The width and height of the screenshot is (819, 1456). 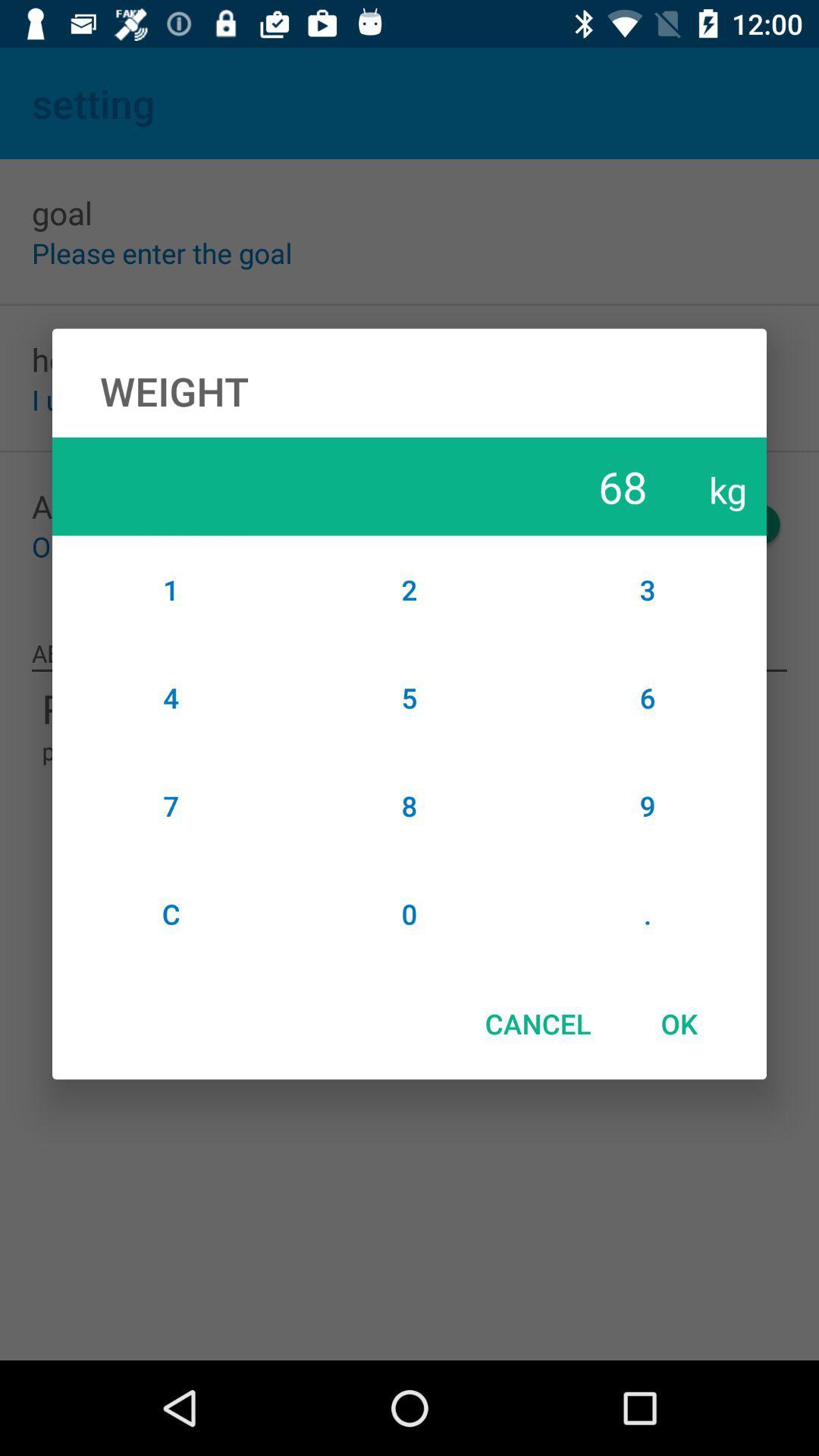 What do you see at coordinates (409, 805) in the screenshot?
I see `item to the right of the 4` at bounding box center [409, 805].